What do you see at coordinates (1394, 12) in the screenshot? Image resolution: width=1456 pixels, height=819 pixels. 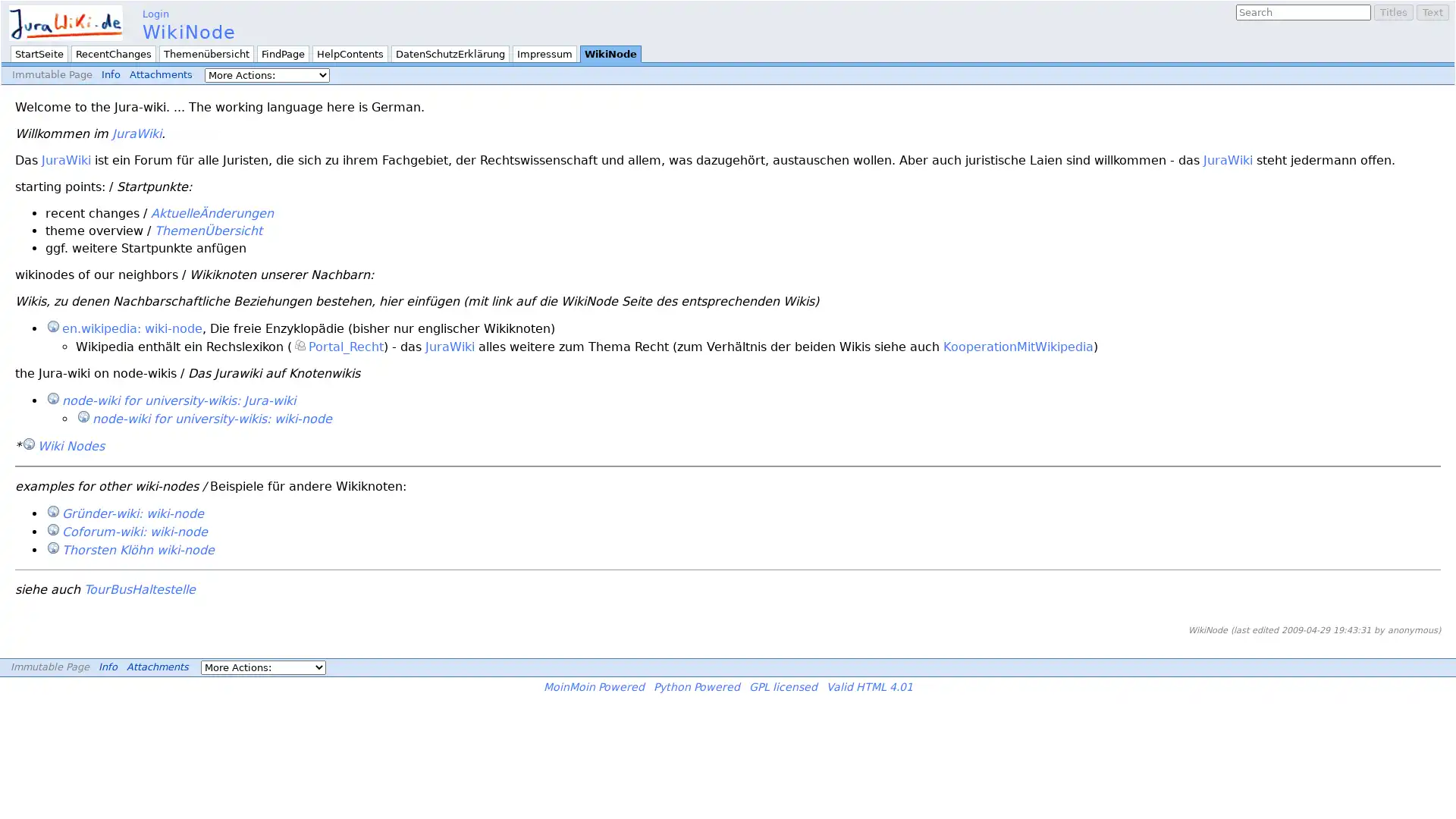 I see `Titles` at bounding box center [1394, 12].